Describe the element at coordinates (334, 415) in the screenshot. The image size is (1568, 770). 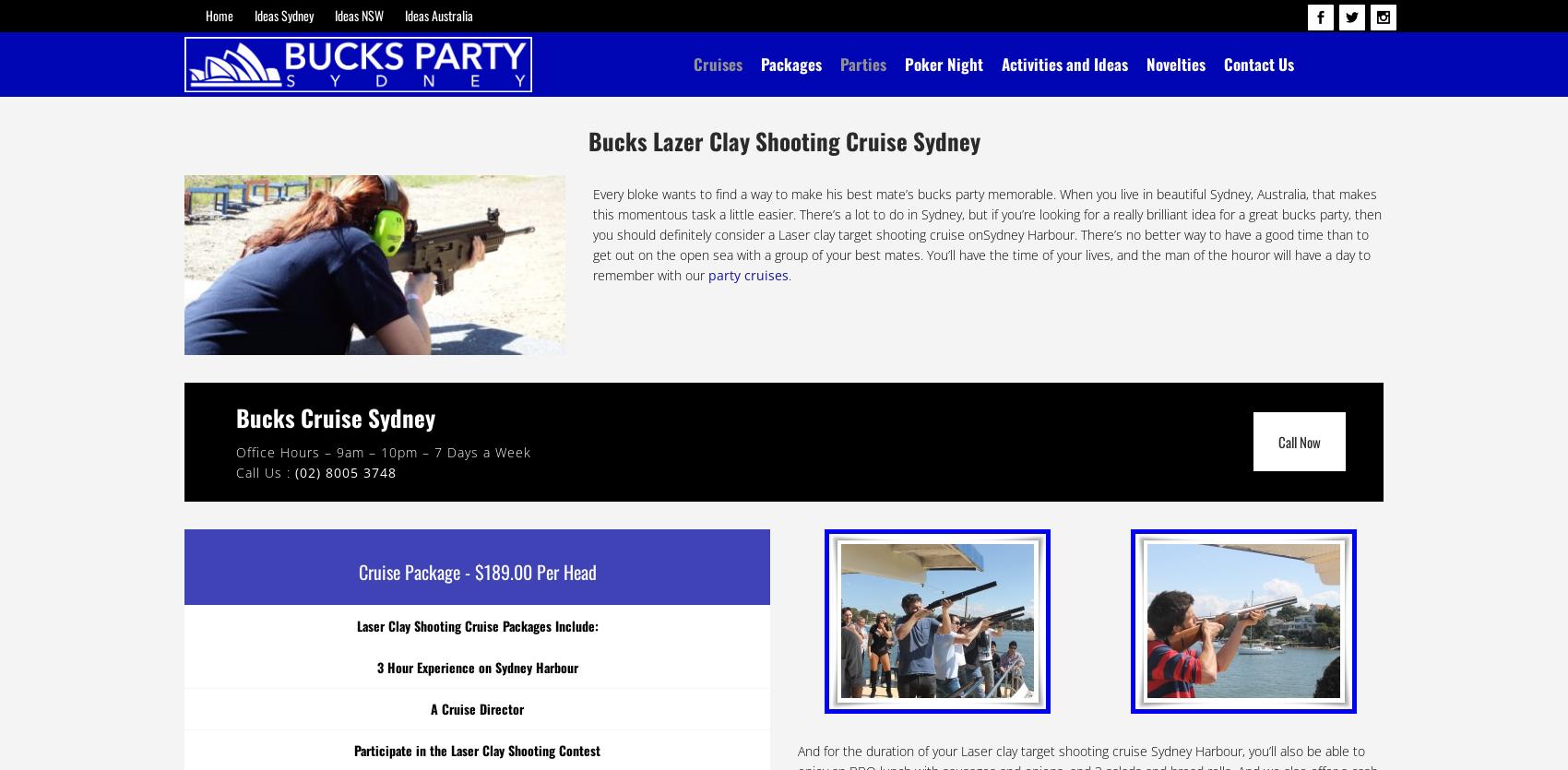
I see `'Bucks Cruise Sydney'` at that location.